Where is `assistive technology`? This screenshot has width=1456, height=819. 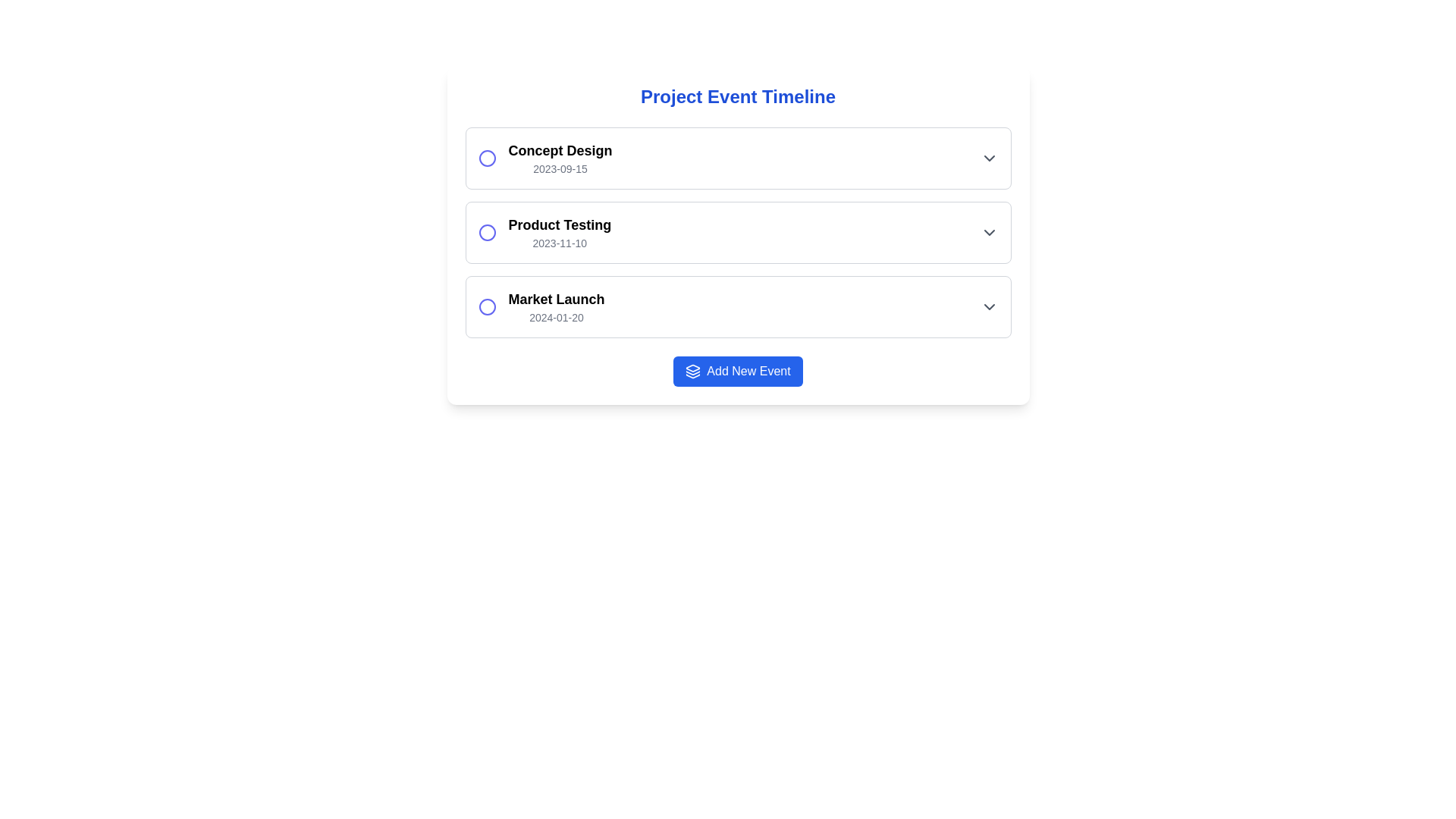 assistive technology is located at coordinates (556, 299).